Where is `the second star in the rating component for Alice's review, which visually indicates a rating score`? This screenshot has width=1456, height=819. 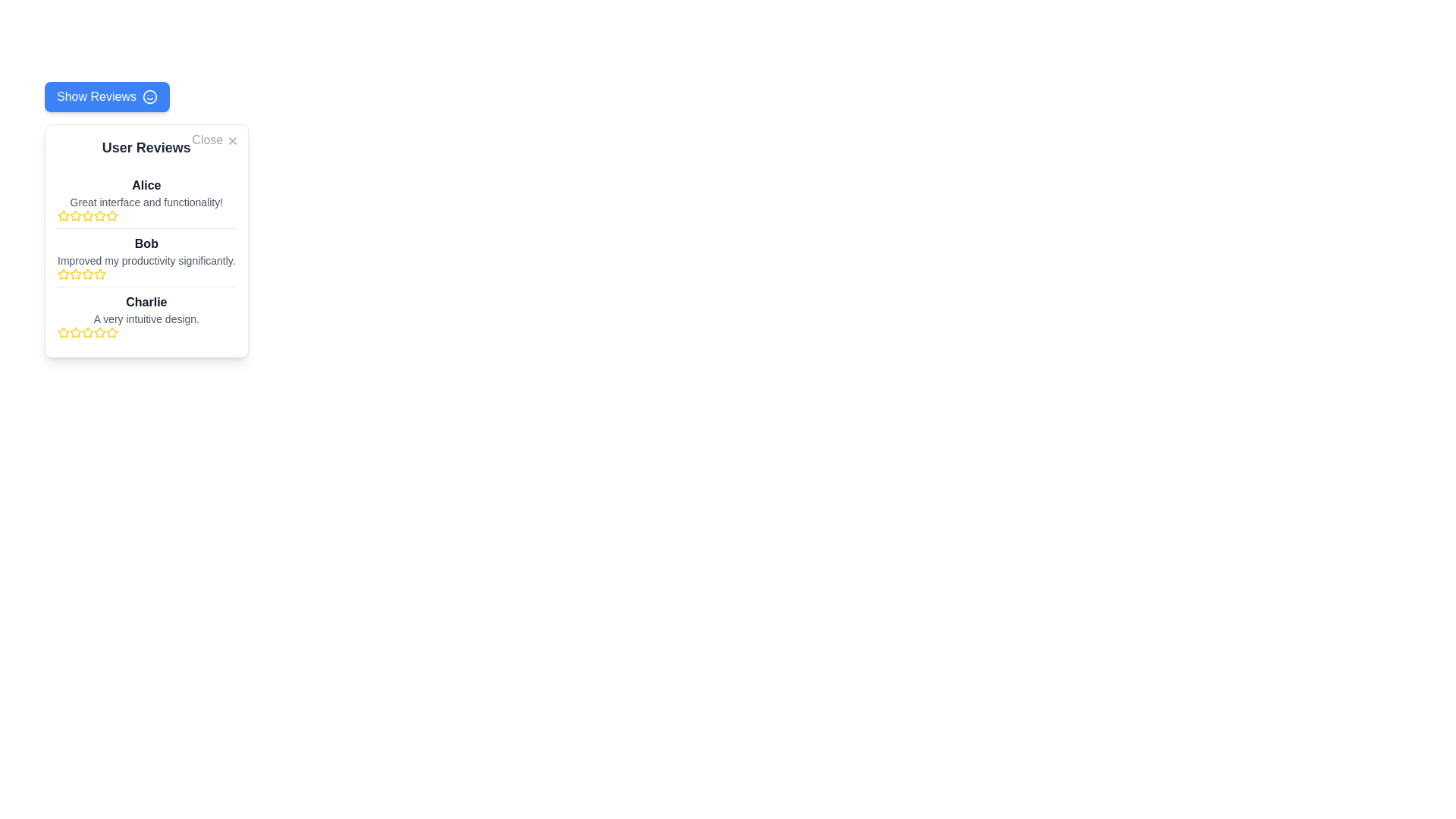
the second star in the rating component for Alice's review, which visually indicates a rating score is located at coordinates (75, 216).